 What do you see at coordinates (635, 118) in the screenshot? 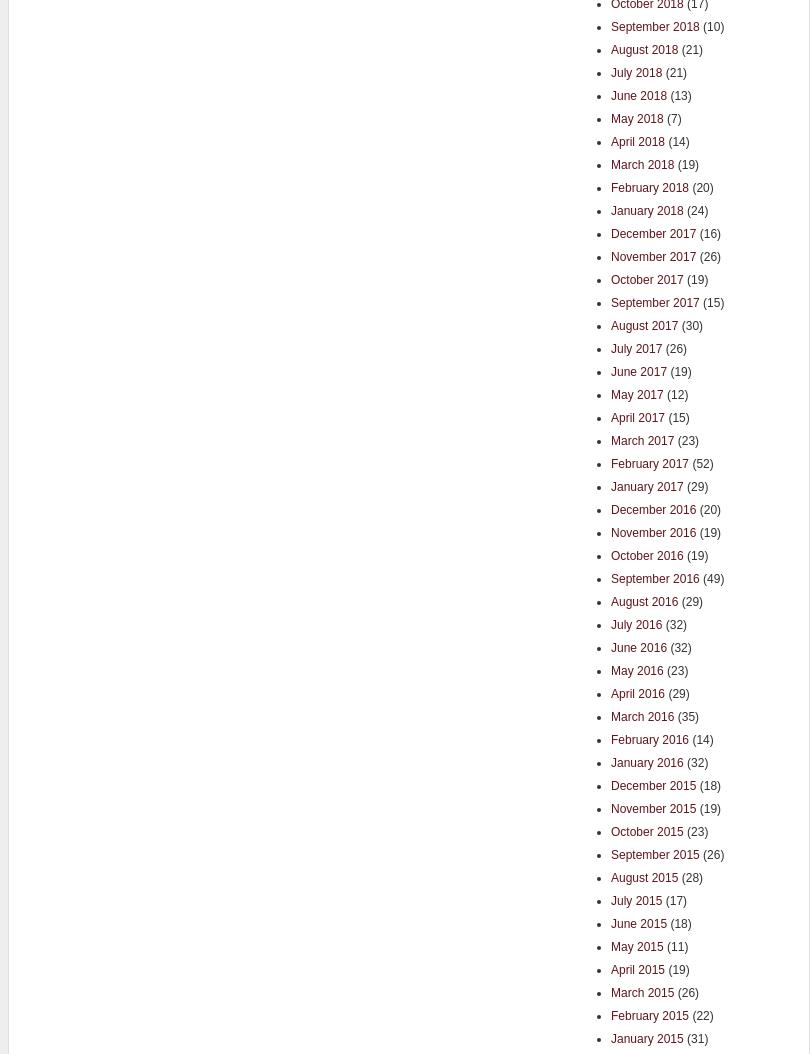
I see `'May 2018'` at bounding box center [635, 118].